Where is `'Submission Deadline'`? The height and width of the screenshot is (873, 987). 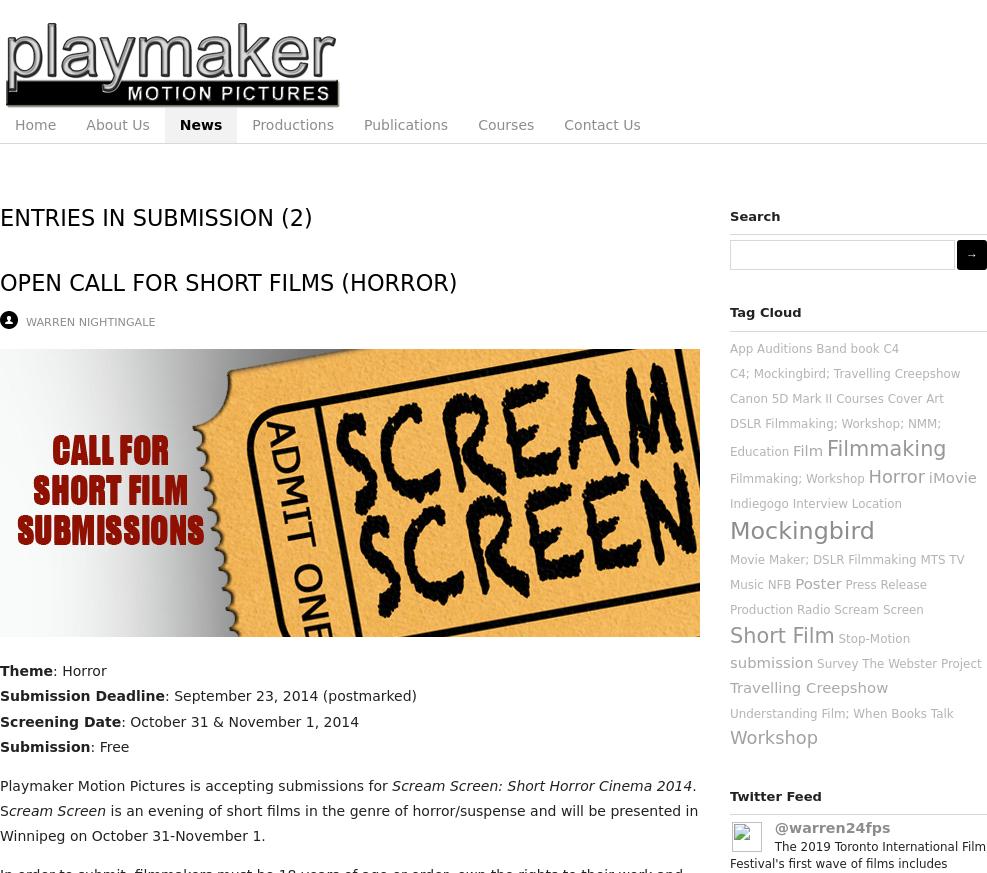 'Submission Deadline' is located at coordinates (82, 696).